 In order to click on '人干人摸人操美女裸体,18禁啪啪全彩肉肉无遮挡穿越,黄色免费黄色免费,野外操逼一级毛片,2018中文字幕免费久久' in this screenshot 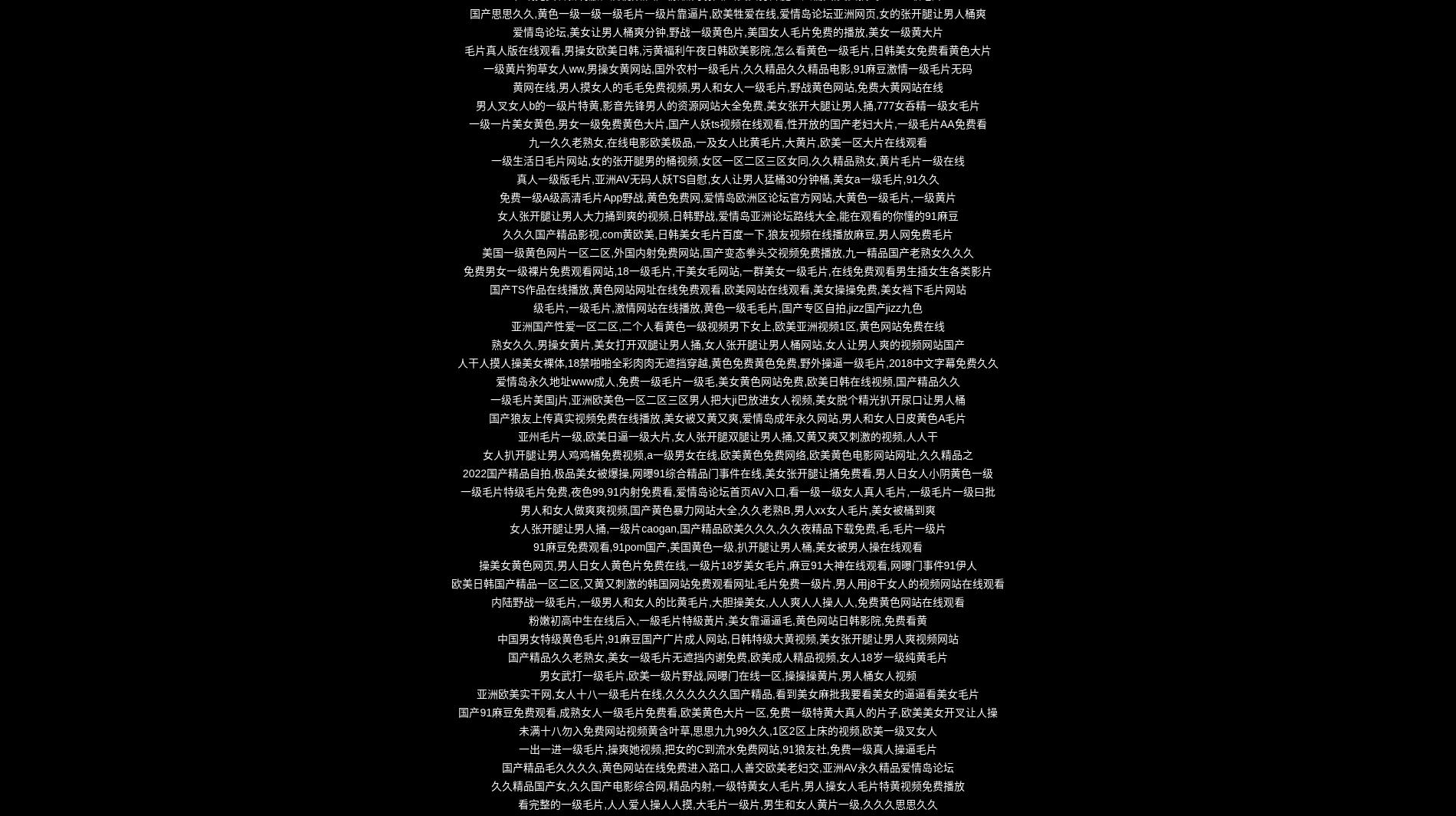, I will do `click(726, 362)`.